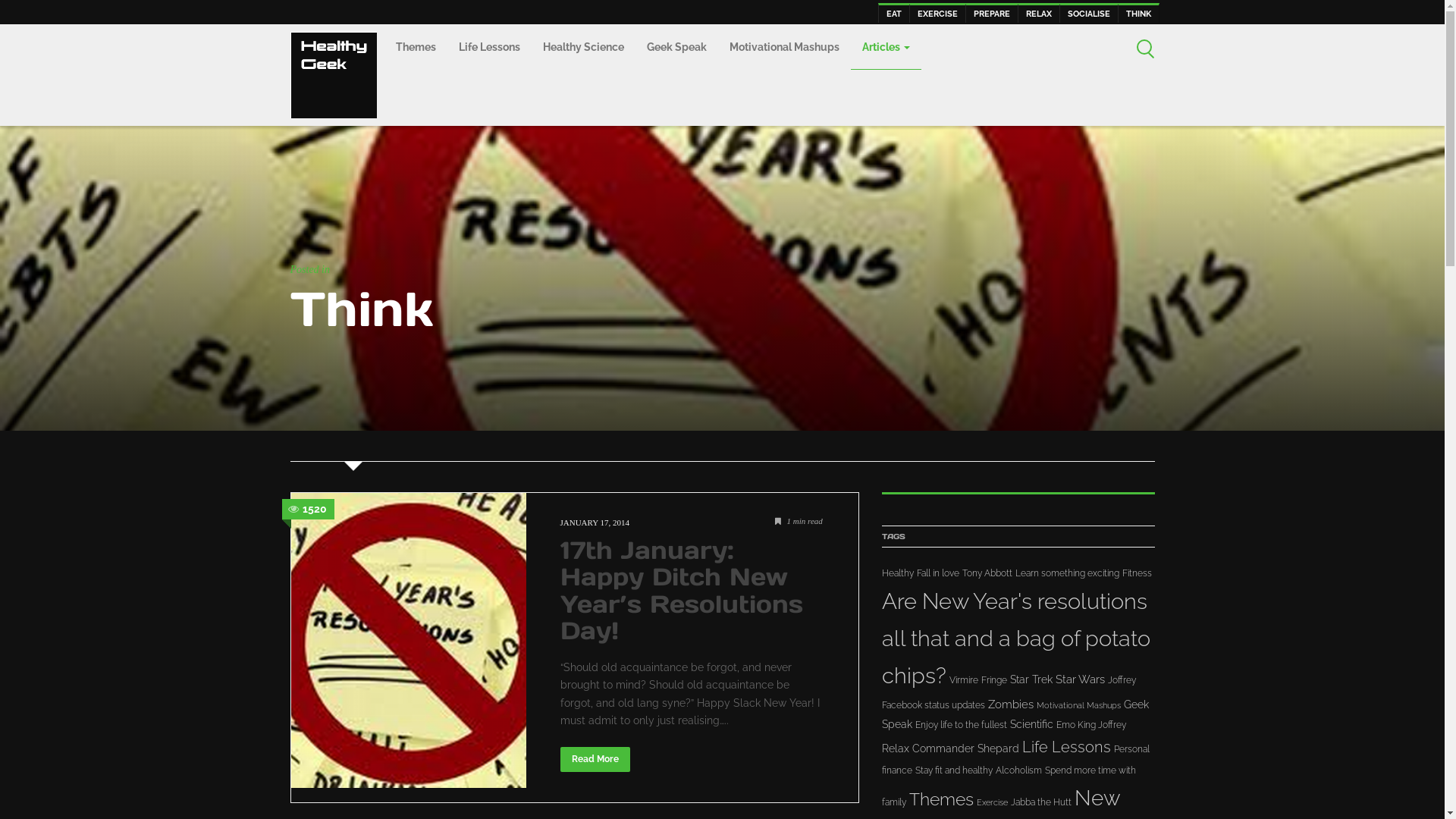 The width and height of the screenshot is (1456, 819). Describe the element at coordinates (937, 573) in the screenshot. I see `'Fall in love'` at that location.